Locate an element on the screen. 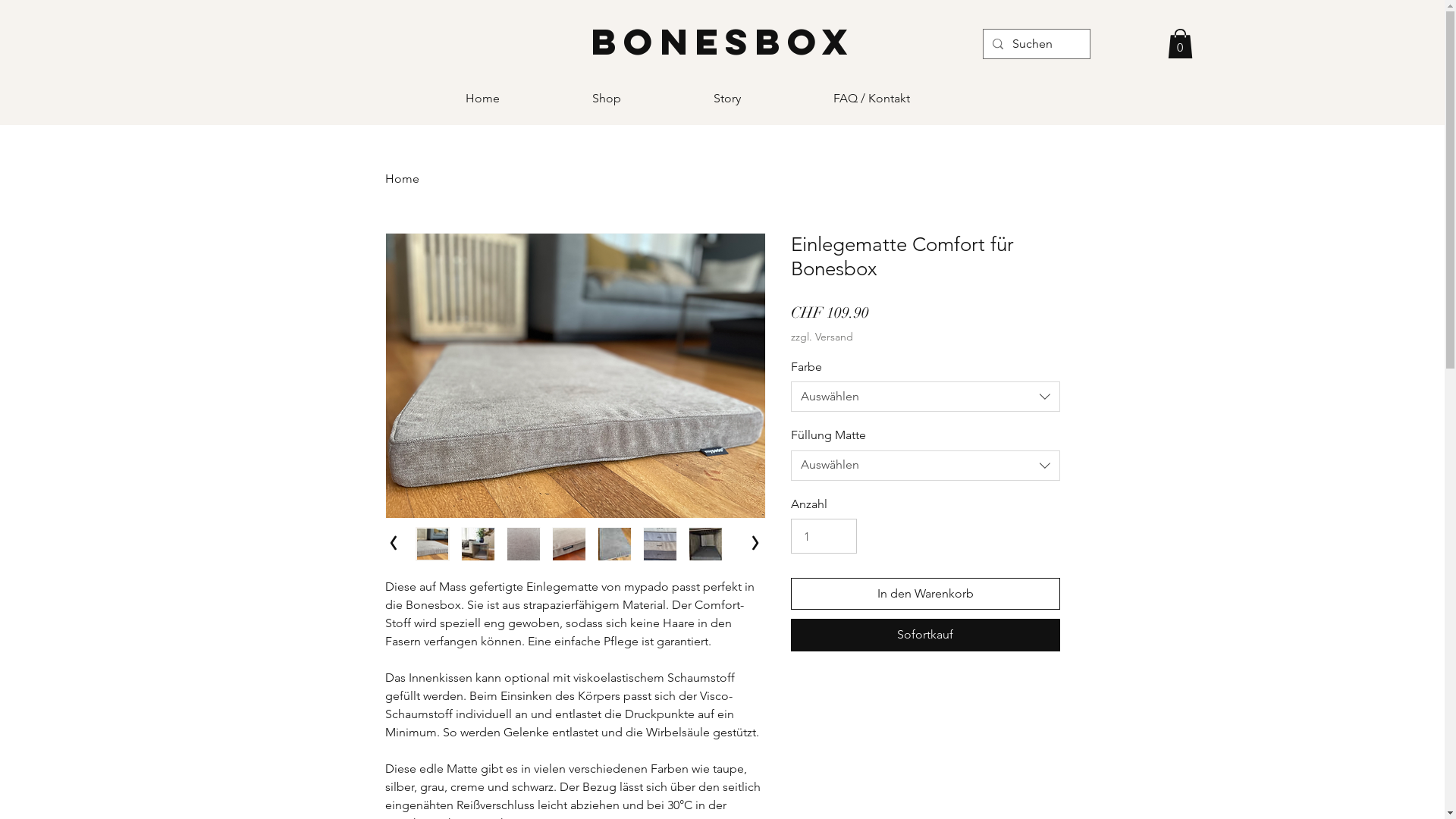 The image size is (1456, 819). 'Shop' is located at coordinates (641, 99).